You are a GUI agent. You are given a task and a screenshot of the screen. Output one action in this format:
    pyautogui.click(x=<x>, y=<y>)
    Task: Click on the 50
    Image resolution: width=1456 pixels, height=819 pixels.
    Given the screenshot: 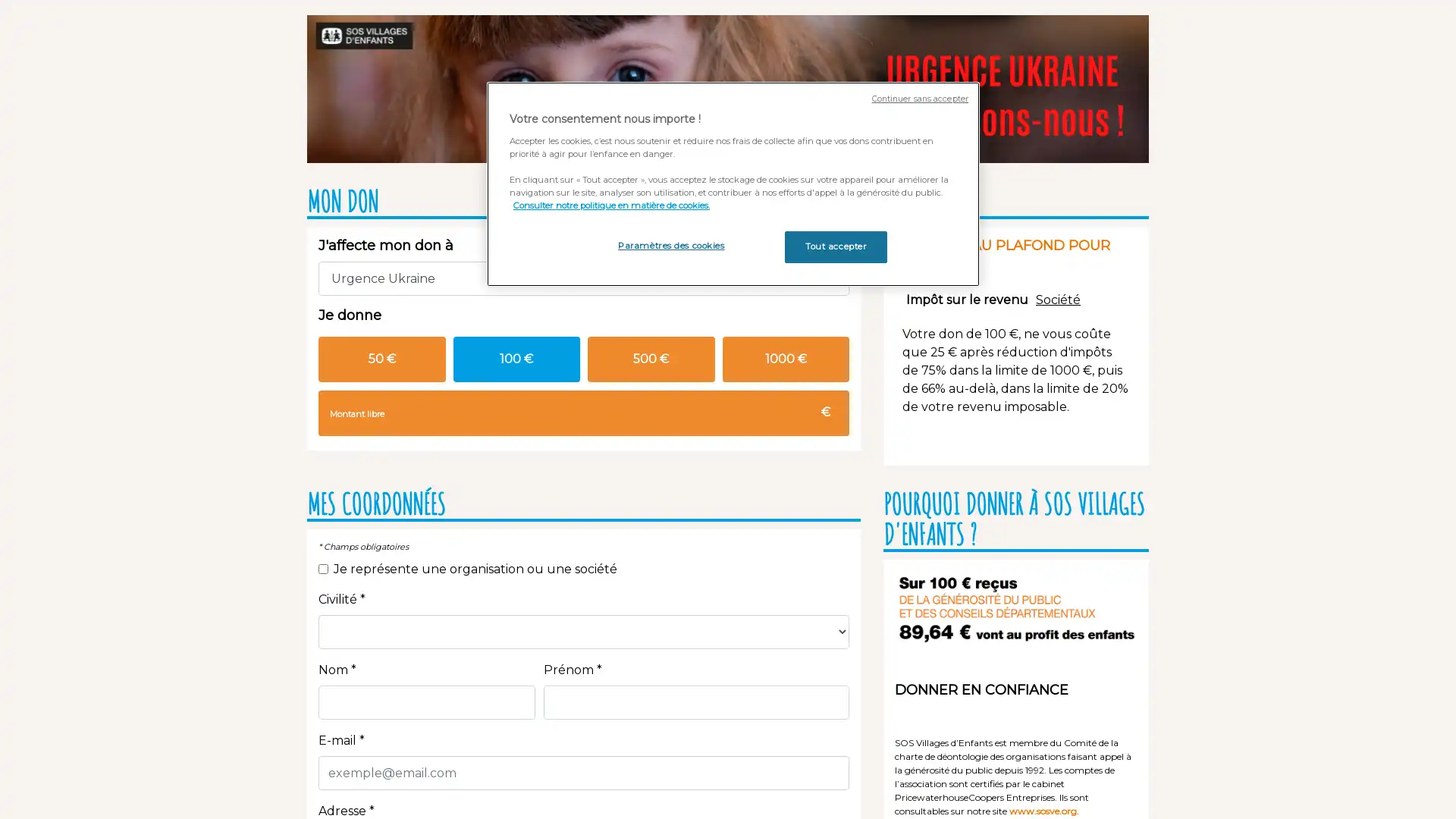 What is the action you would take?
    pyautogui.click(x=381, y=359)
    